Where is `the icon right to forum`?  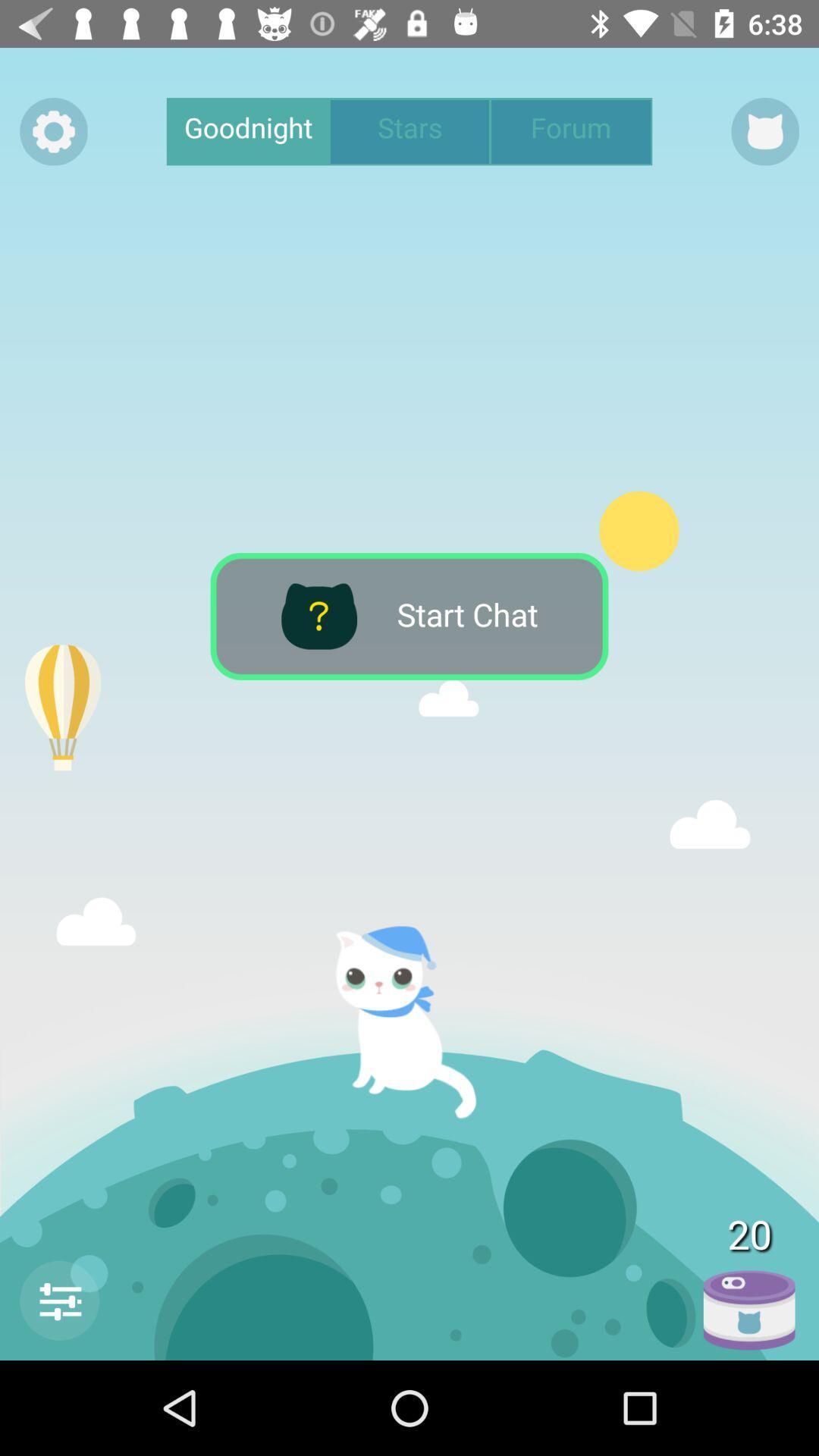 the icon right to forum is located at coordinates (765, 131).